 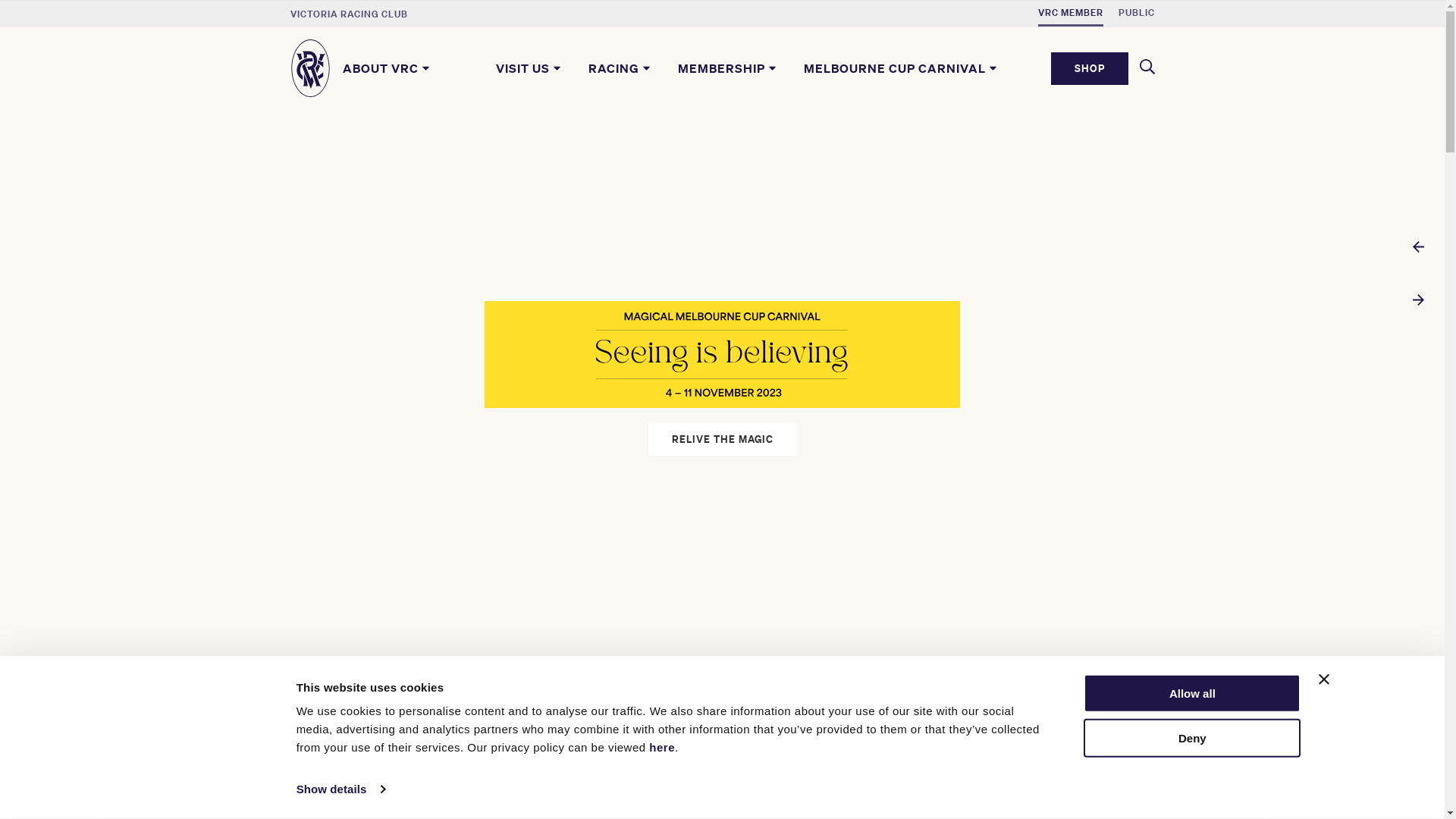 What do you see at coordinates (530, 67) in the screenshot?
I see `'VISIT US'` at bounding box center [530, 67].